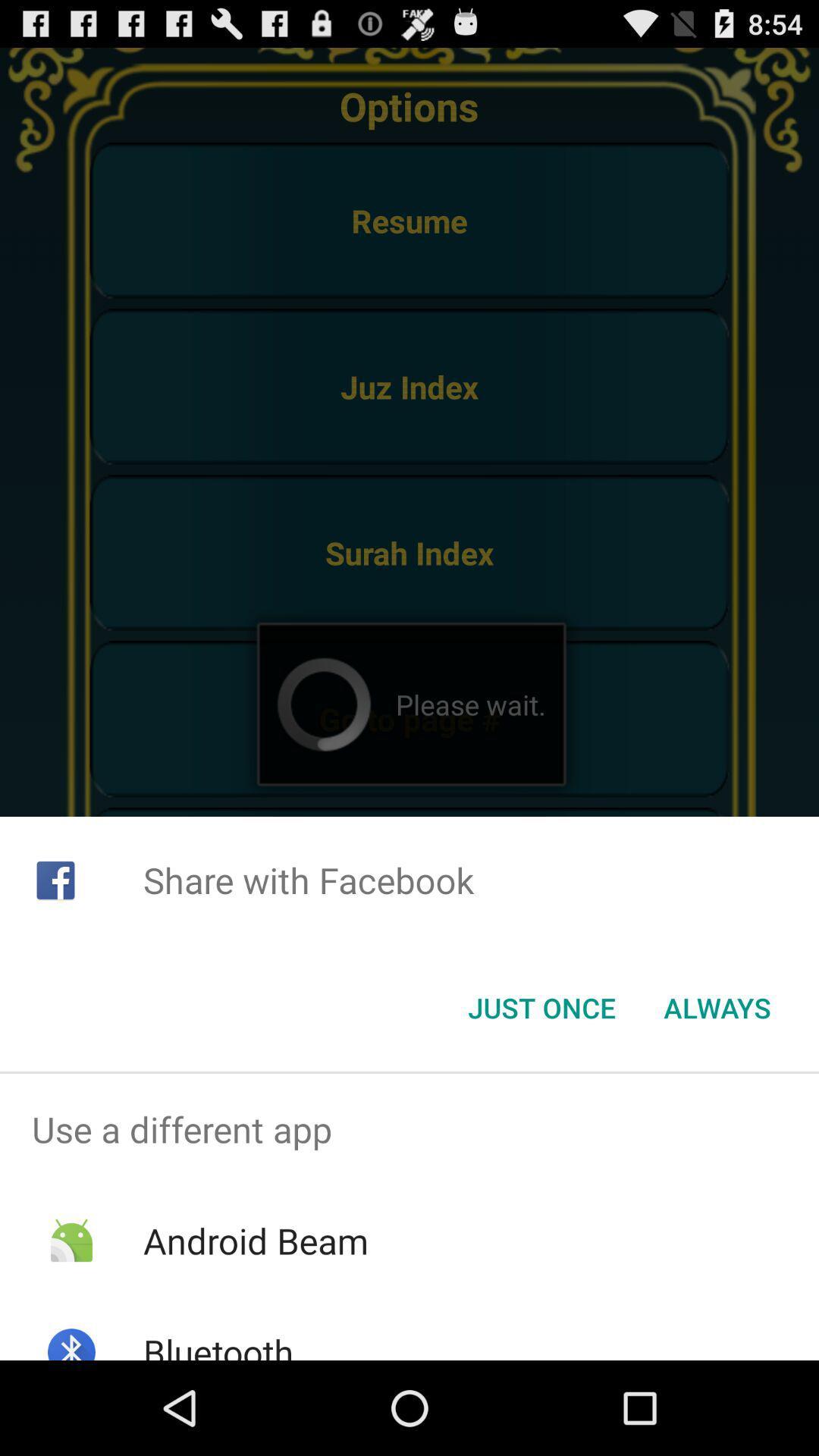  What do you see at coordinates (255, 1241) in the screenshot?
I see `item above the bluetooth app` at bounding box center [255, 1241].